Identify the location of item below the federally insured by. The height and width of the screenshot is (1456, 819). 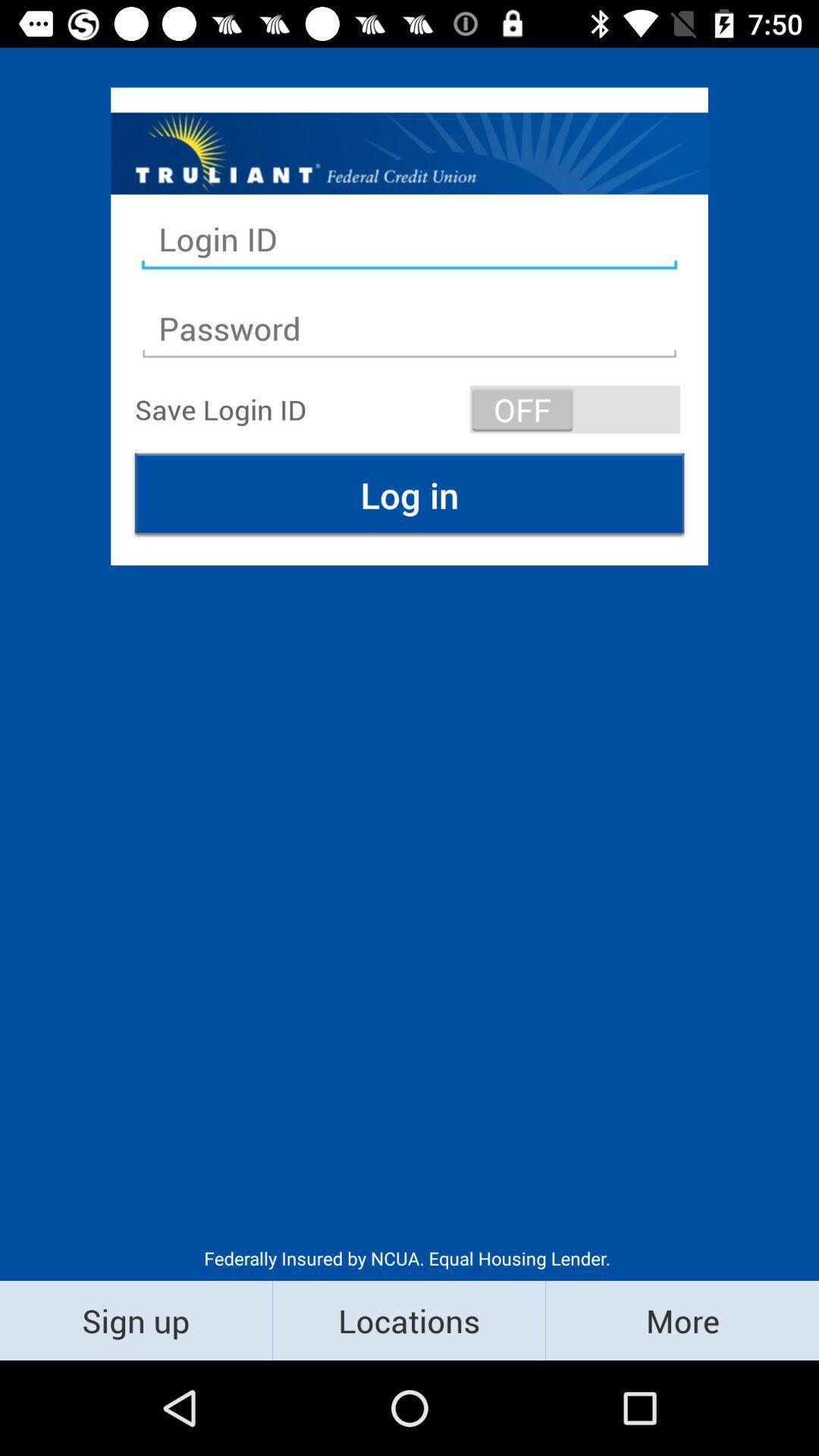
(408, 1319).